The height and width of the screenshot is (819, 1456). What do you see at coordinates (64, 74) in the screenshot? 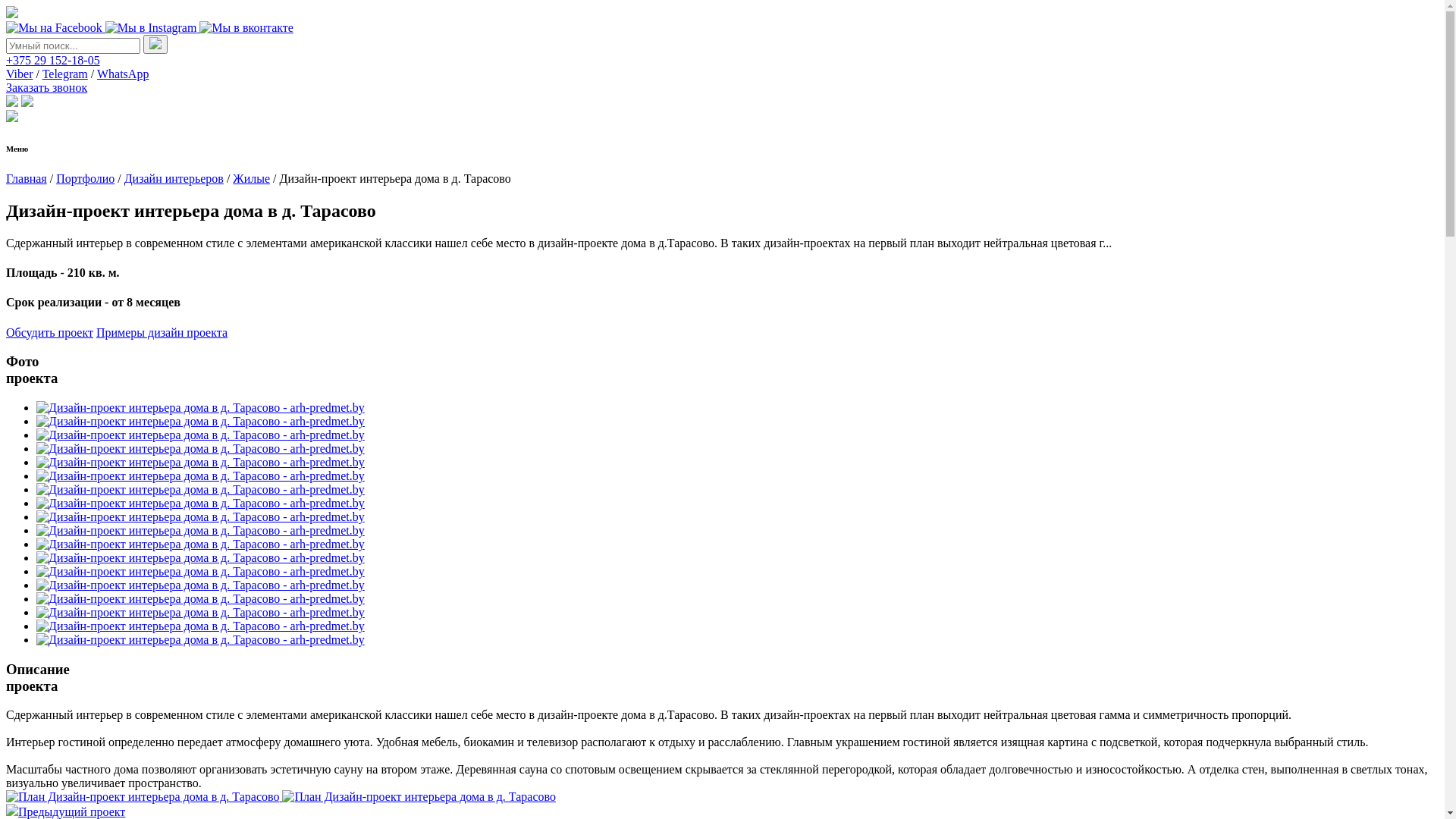
I see `'Telegram'` at bounding box center [64, 74].